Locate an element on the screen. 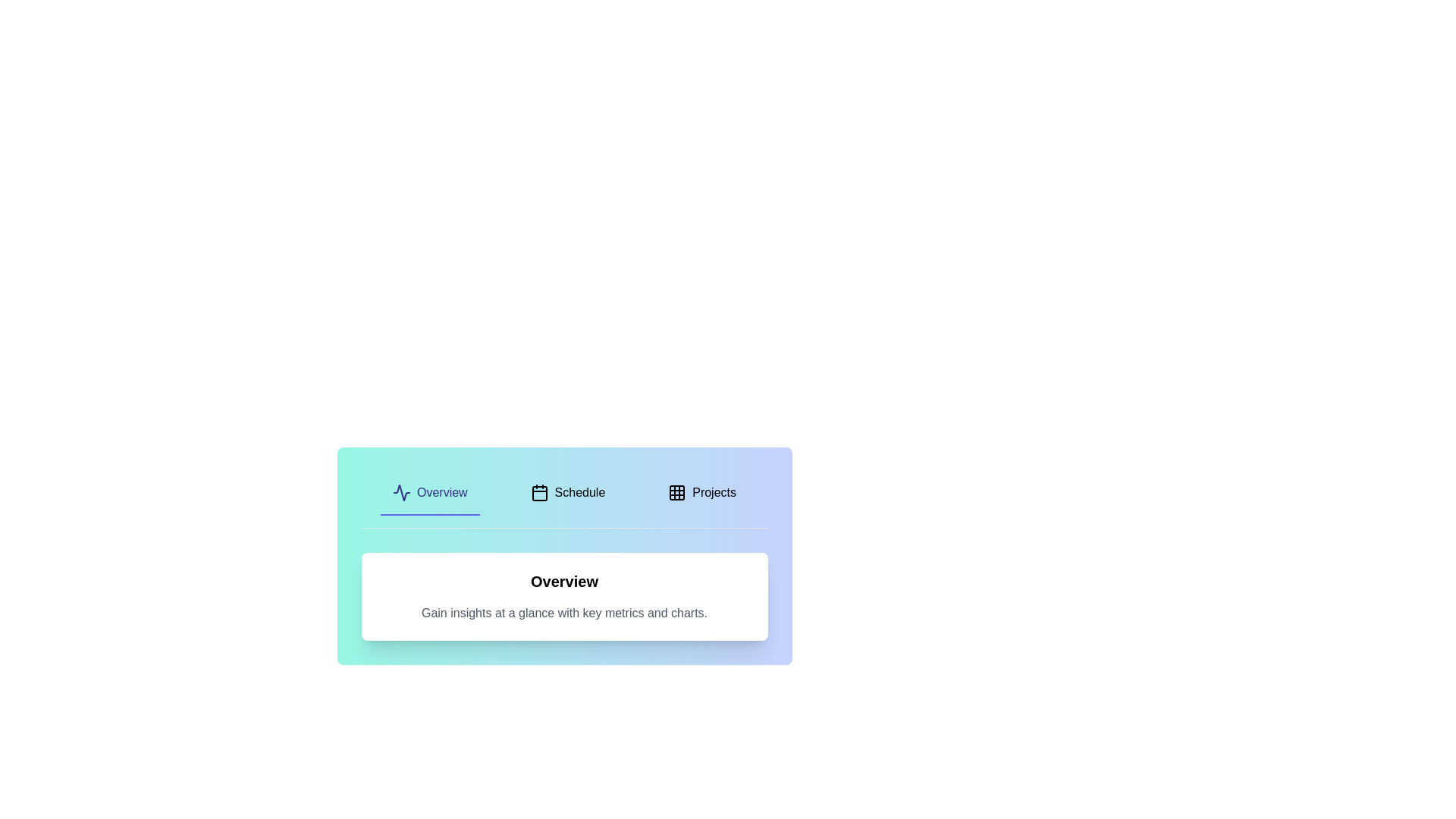 The width and height of the screenshot is (1456, 819). the icon of the tab labeled Projects is located at coordinates (676, 493).